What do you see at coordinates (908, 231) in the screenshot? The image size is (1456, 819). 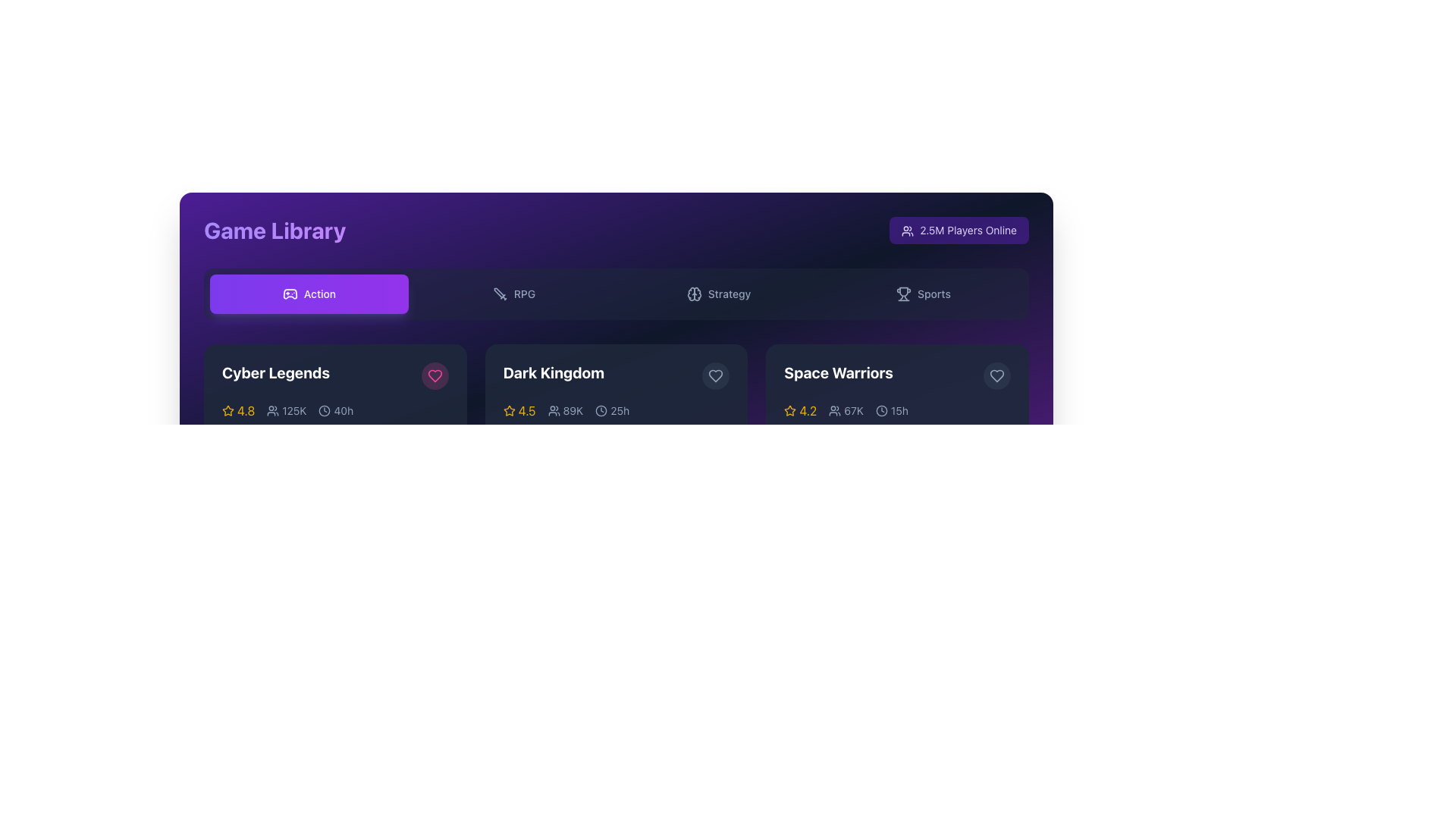 I see `the icon resembling a group of individuals, which is displayed in a minimalistic outline design and is located to the left of the text '2.5M Players Online' in the top right corner of the purple interface background` at bounding box center [908, 231].